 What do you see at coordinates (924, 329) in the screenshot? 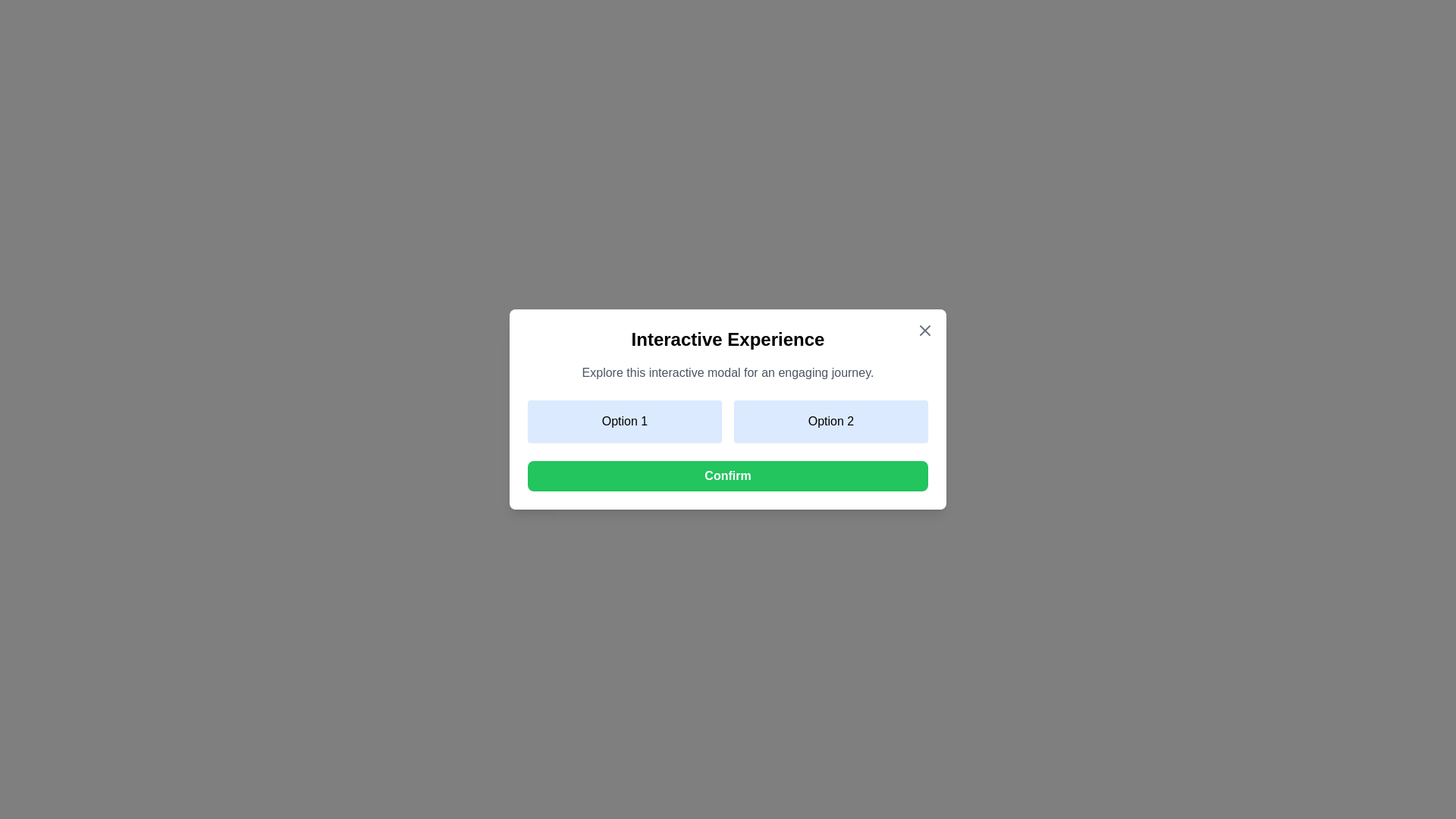
I see `the close button icon located in the top-right corner of the modal dialog` at bounding box center [924, 329].